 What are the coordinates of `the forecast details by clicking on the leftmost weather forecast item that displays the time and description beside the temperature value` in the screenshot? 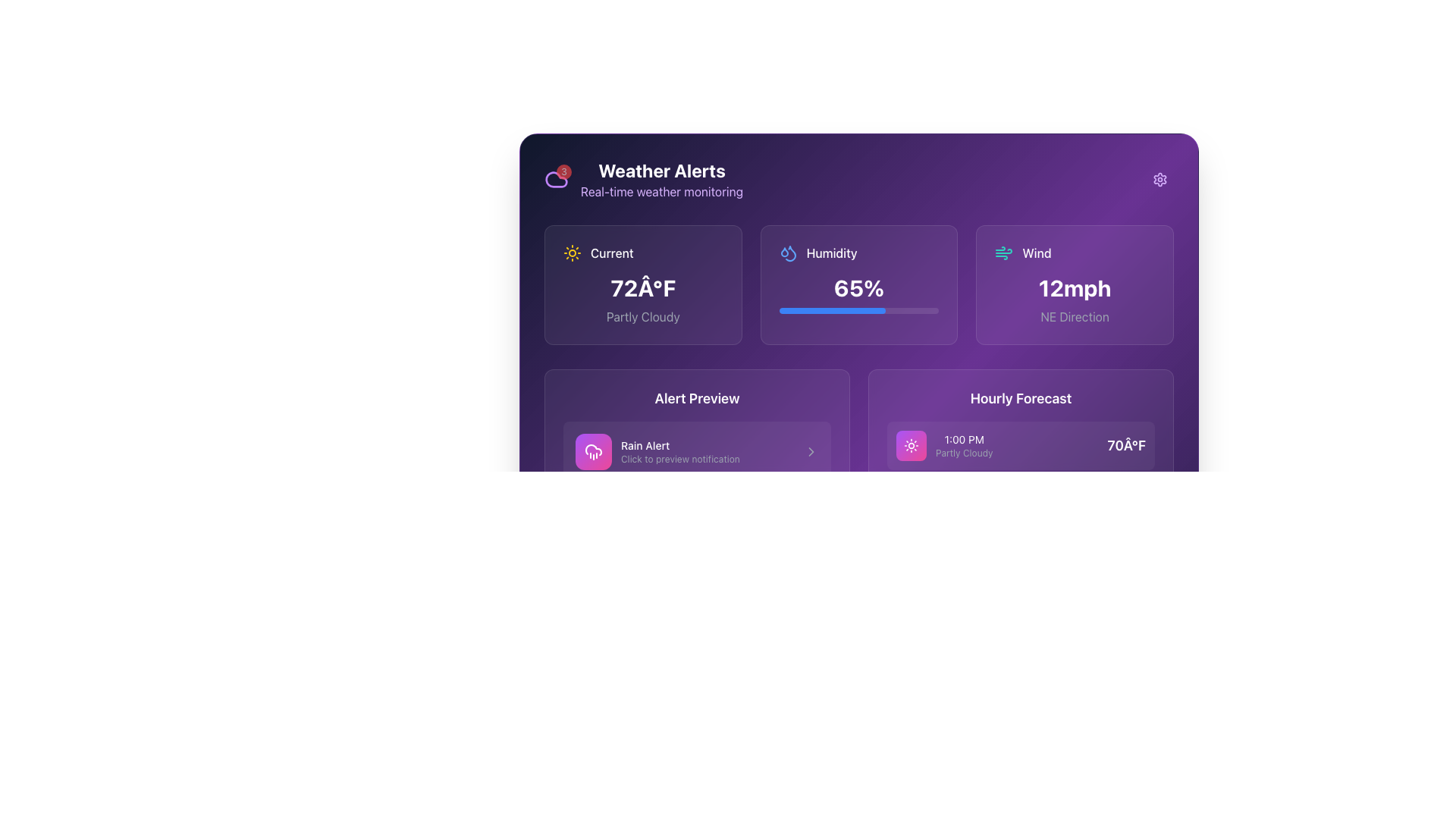 It's located at (943, 628).